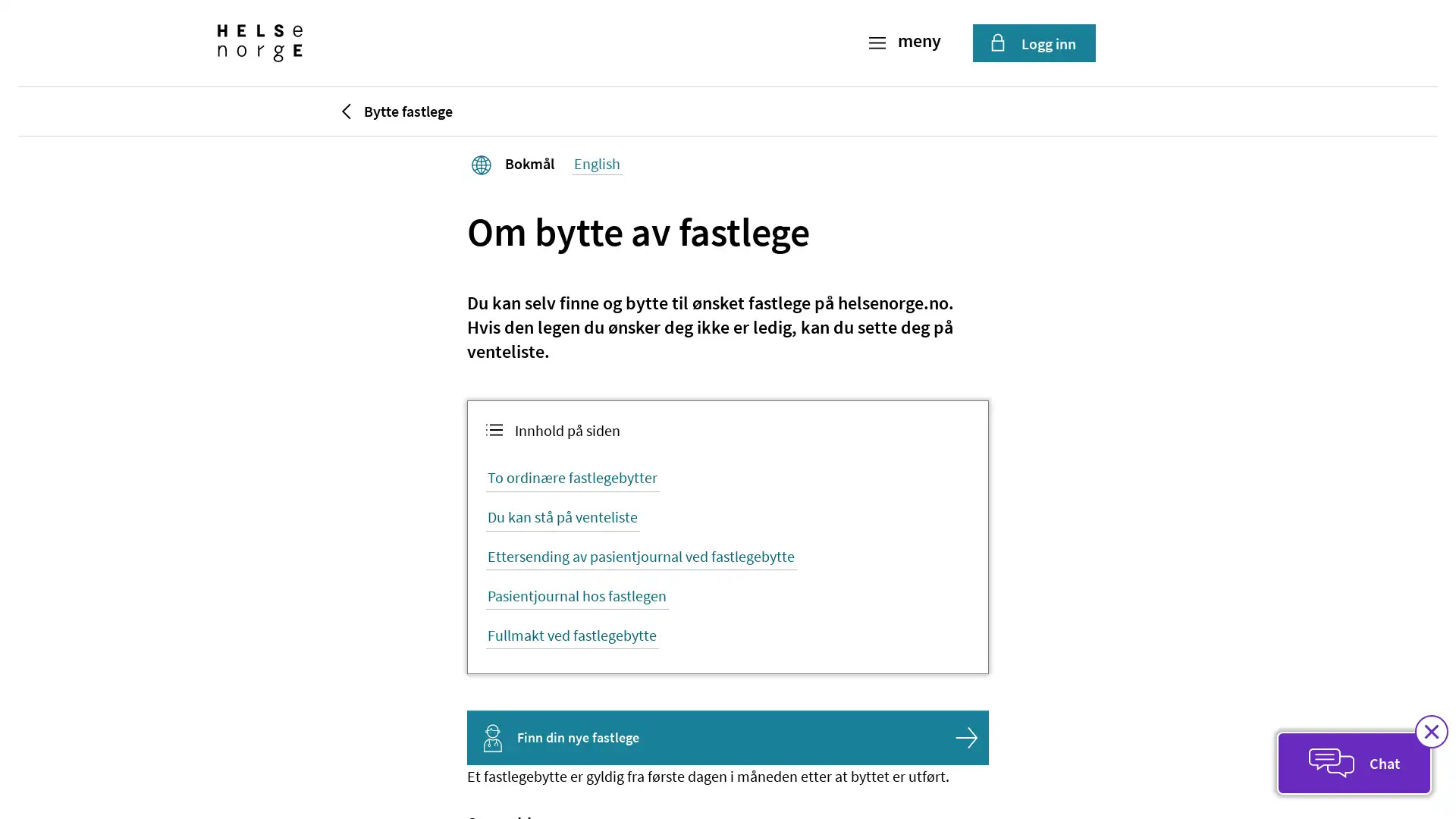 The height and width of the screenshot is (819, 1456). What do you see at coordinates (1430, 730) in the screenshot?
I see `Fjern chat` at bounding box center [1430, 730].